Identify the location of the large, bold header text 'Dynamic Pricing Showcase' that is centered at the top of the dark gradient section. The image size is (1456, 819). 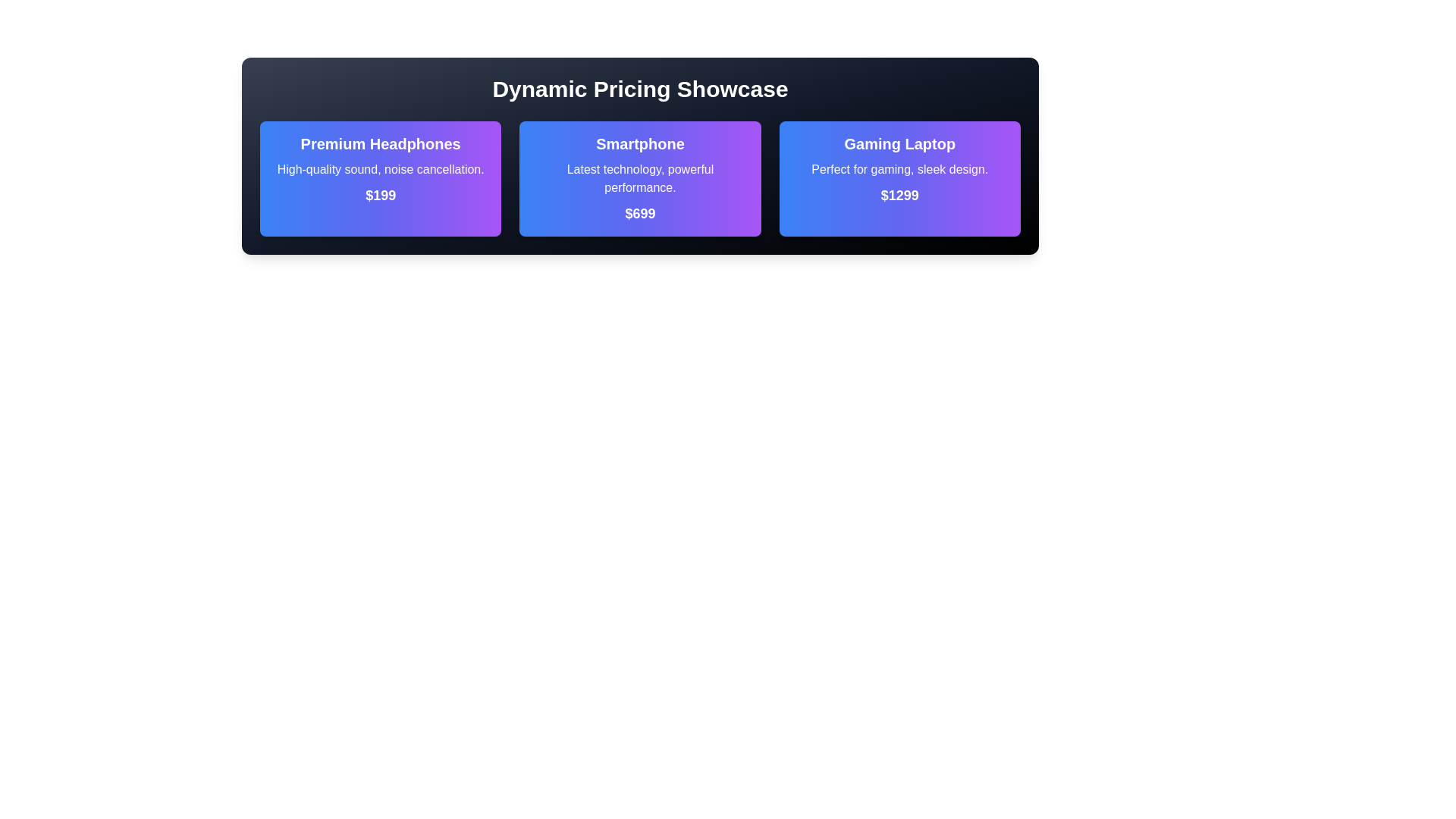
(640, 89).